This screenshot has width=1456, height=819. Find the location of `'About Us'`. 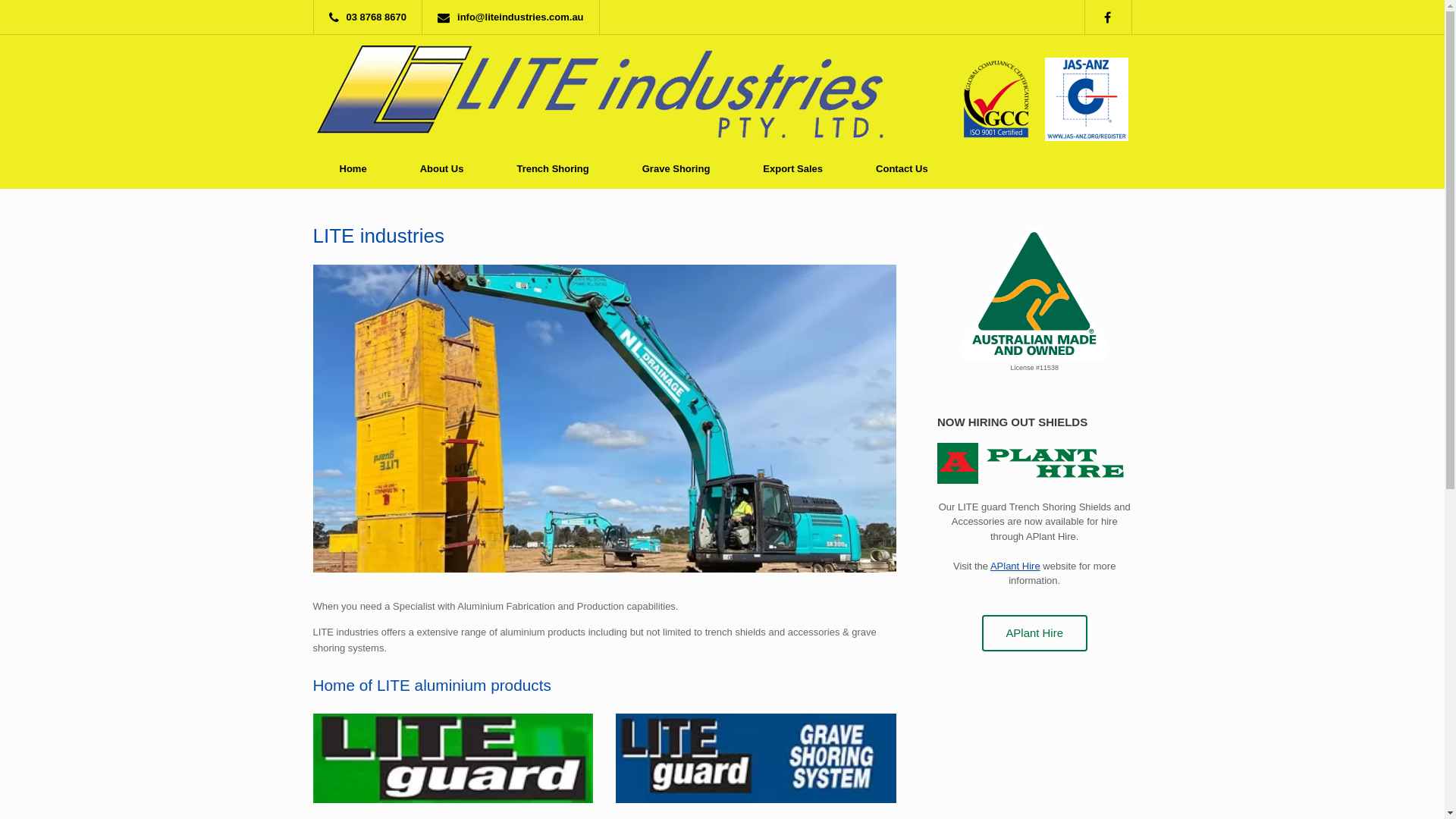

'About Us' is located at coordinates (441, 168).